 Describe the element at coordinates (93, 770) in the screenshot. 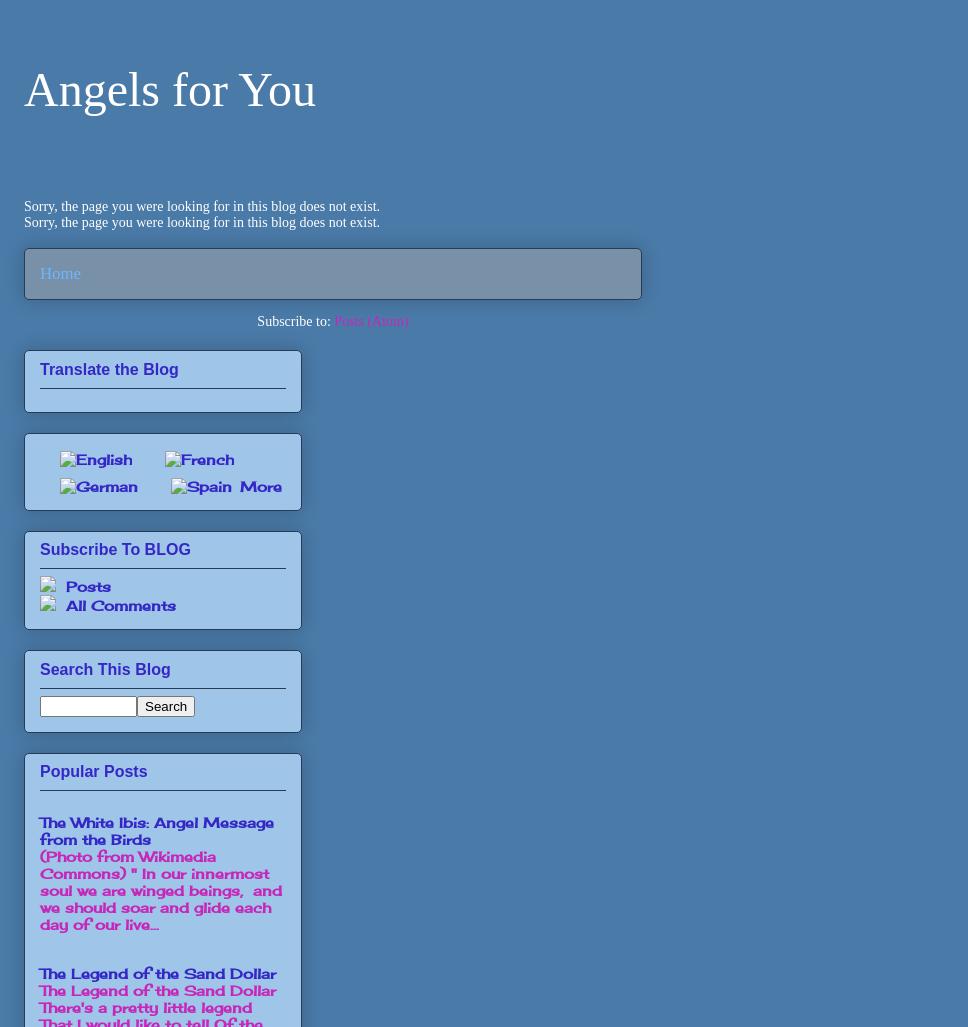

I see `'Popular Posts'` at that location.